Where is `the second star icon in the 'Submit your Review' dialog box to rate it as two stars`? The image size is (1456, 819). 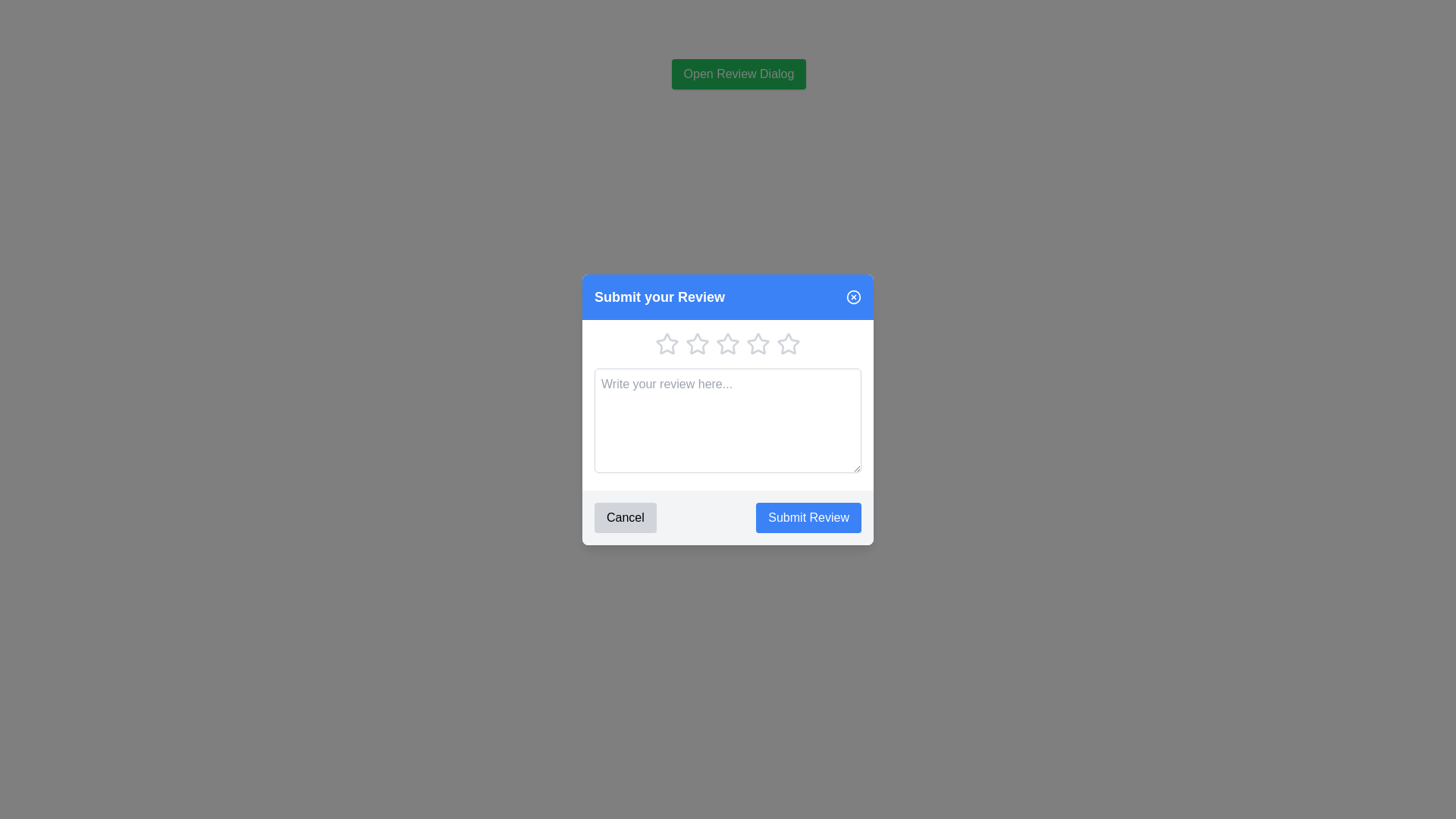
the second star icon in the 'Submit your Review' dialog box to rate it as two stars is located at coordinates (758, 343).